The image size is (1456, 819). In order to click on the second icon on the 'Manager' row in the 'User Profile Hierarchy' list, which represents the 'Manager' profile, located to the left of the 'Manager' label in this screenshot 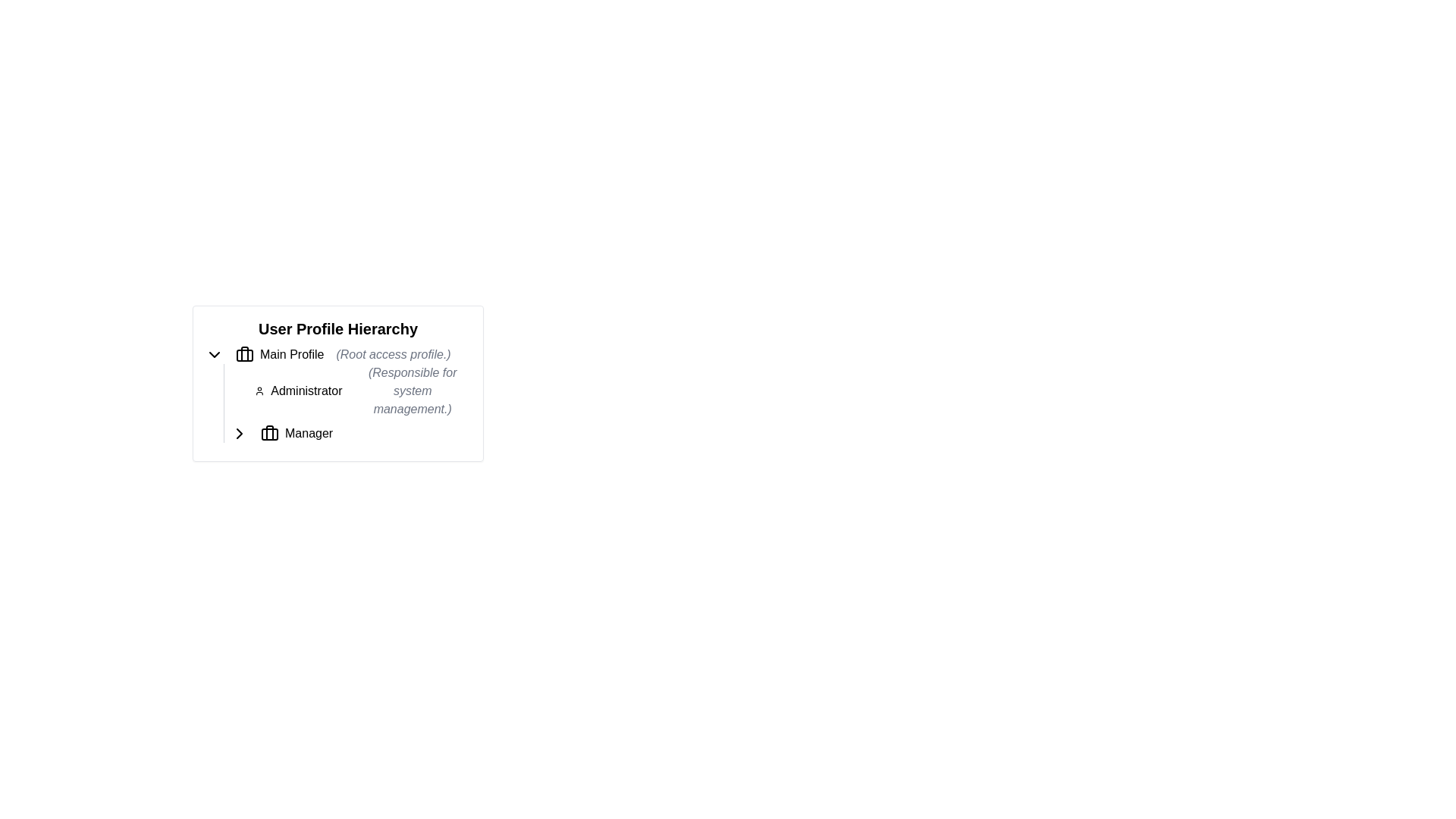, I will do `click(269, 433)`.